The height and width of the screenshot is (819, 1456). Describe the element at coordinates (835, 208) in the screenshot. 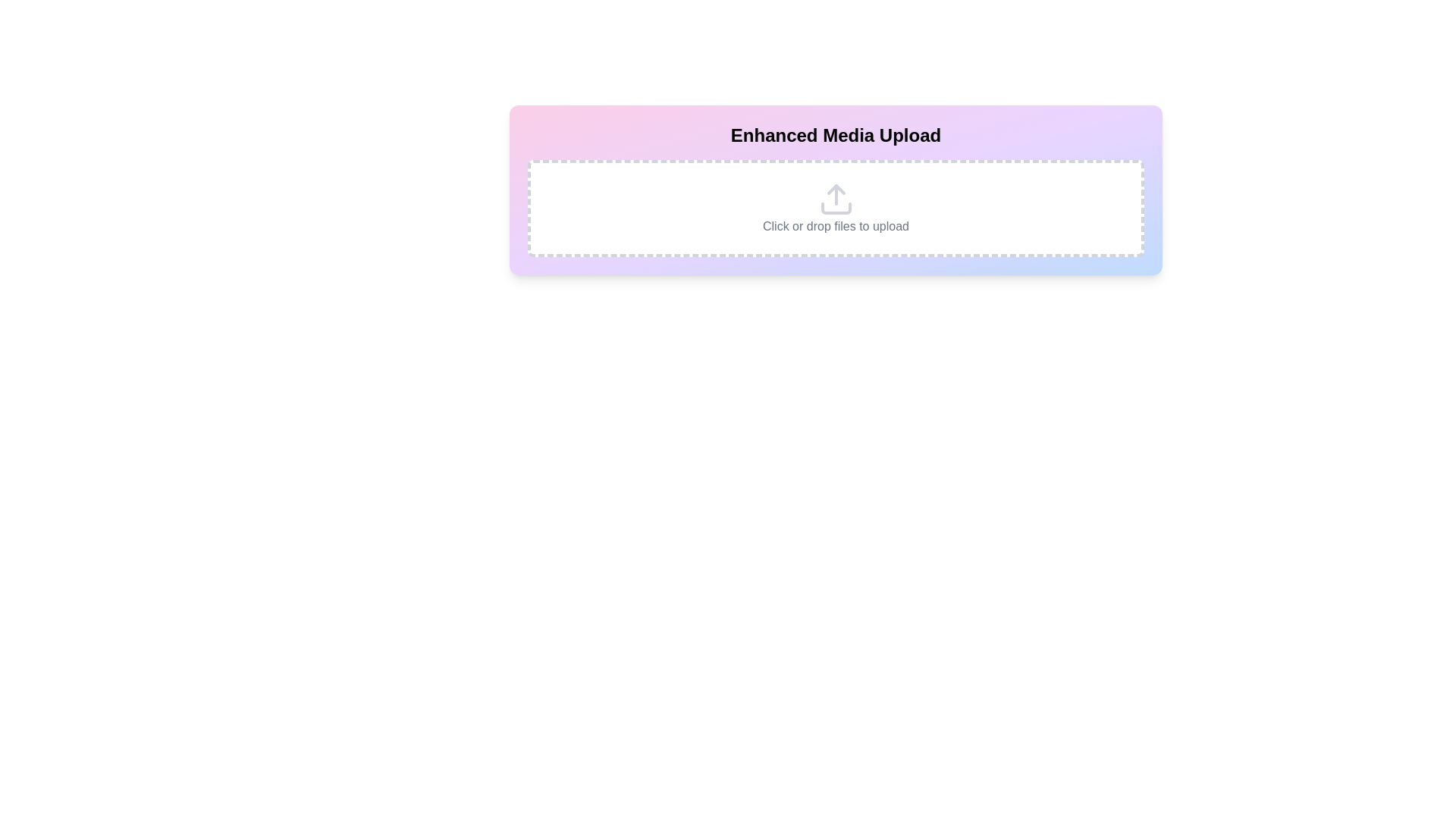

I see `the rectangular base of the upload icon in the Enhanced Media Upload interface` at that location.